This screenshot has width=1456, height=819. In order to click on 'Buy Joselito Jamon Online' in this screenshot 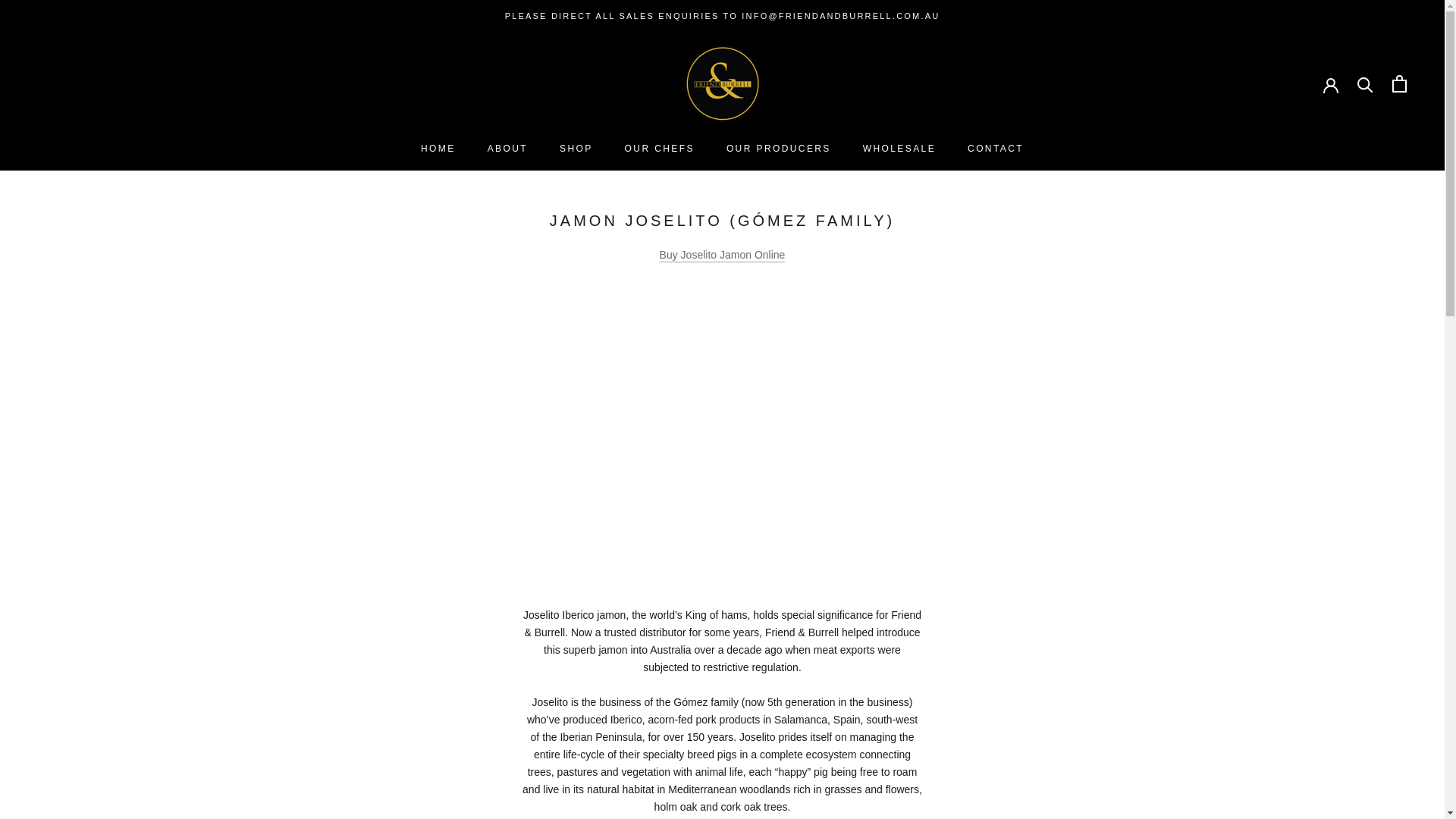, I will do `click(722, 253)`.